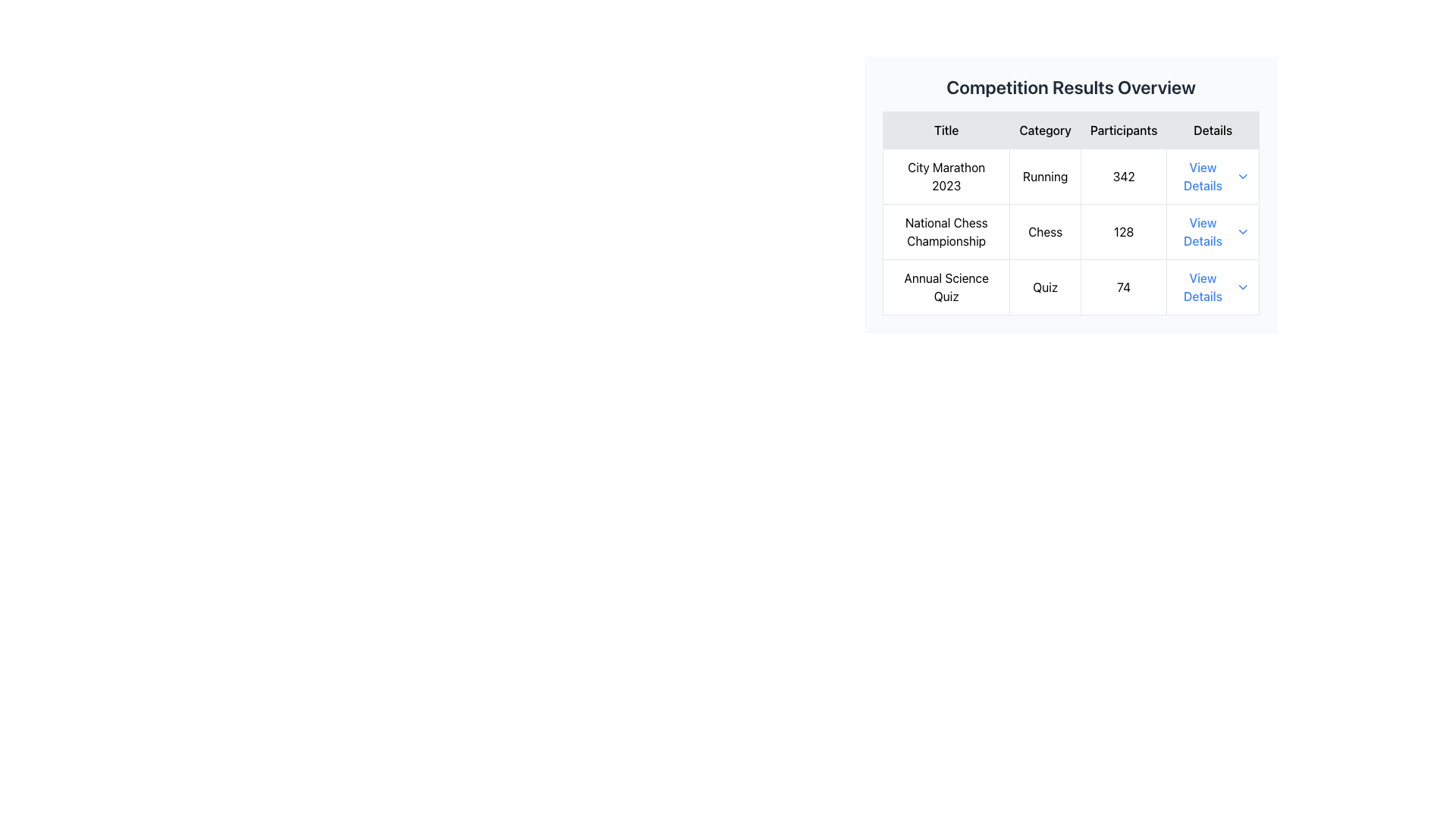 Image resolution: width=1456 pixels, height=819 pixels. Describe the element at coordinates (1124, 287) in the screenshot. I see `the text displaying the number of participants for the 'Annual Science Quiz' event, located in the 'Participants' column of the table structure` at that location.